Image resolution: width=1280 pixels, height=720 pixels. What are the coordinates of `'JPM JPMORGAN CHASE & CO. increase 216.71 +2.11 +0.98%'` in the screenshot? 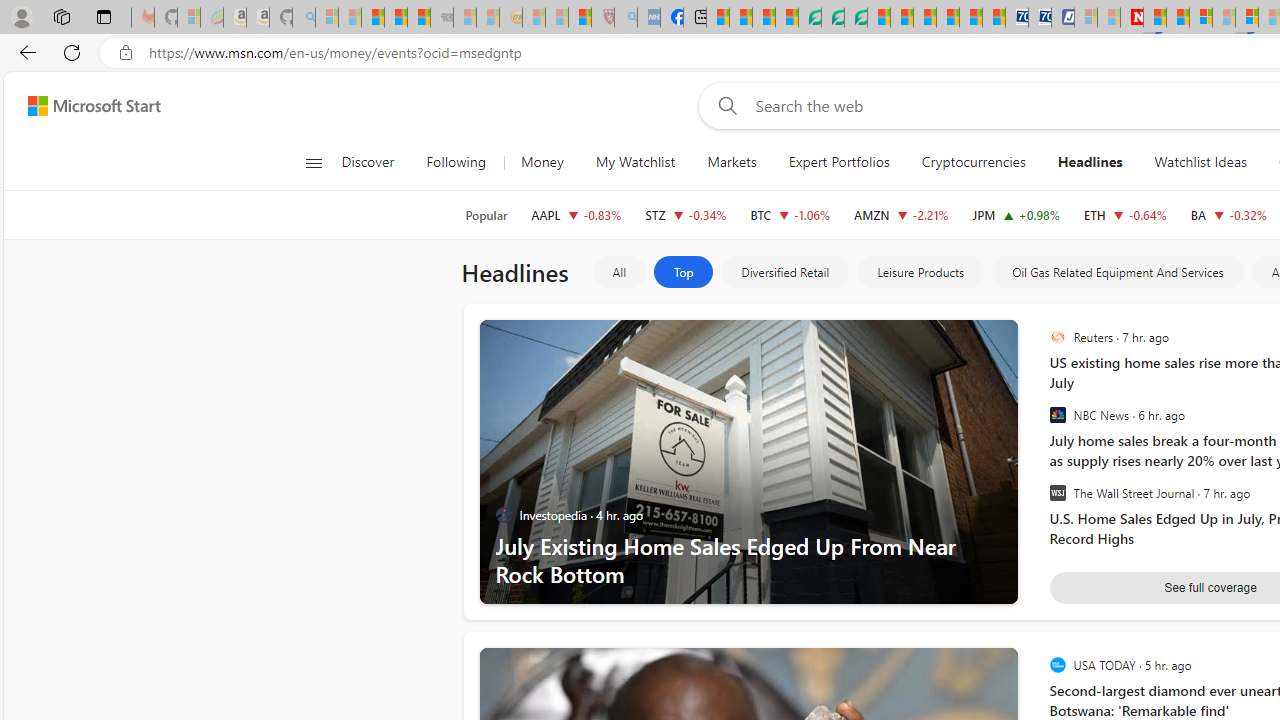 It's located at (1016, 214).